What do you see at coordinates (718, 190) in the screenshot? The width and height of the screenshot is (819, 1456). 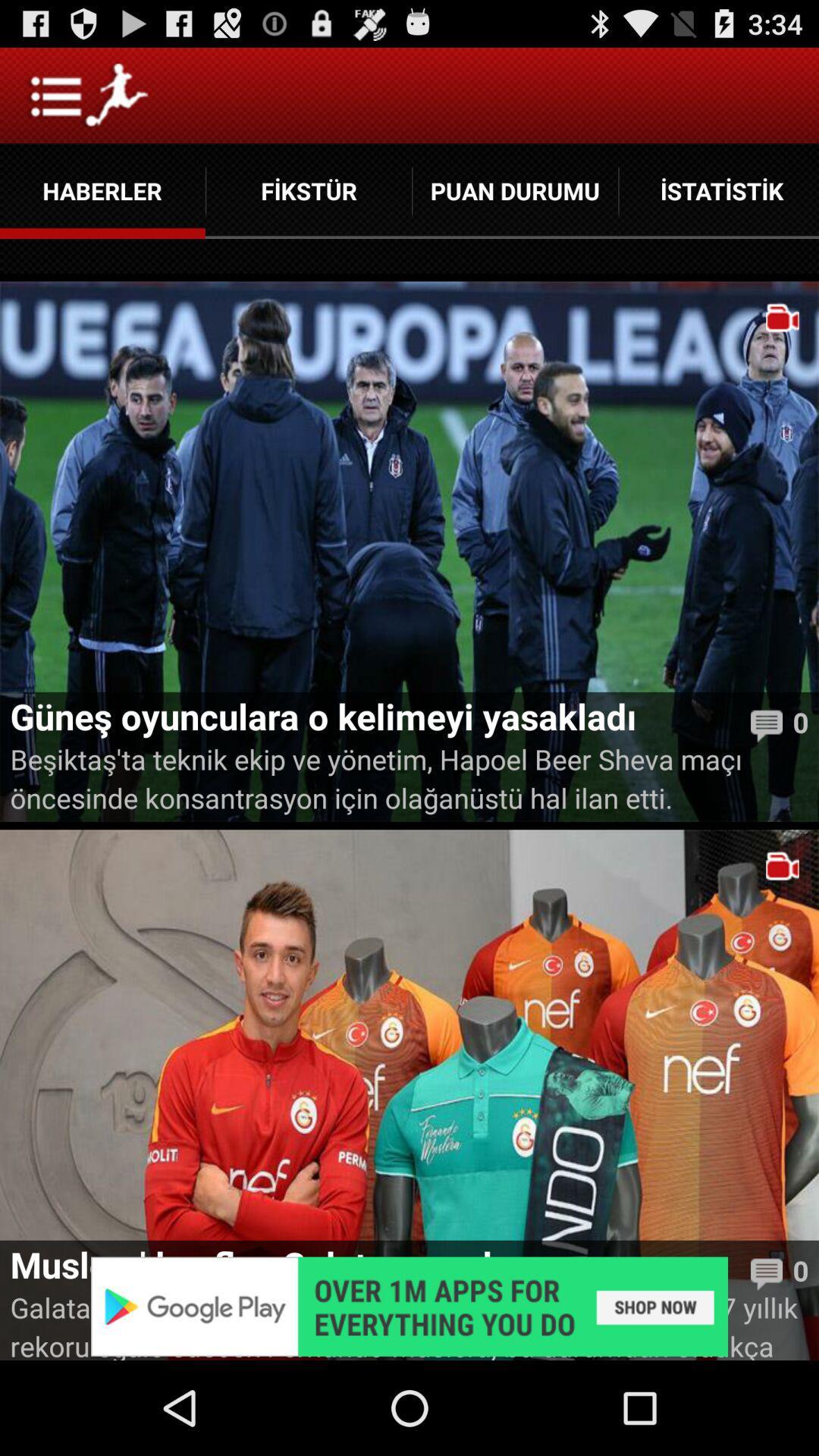 I see `the first button at top right corner of the page` at bounding box center [718, 190].